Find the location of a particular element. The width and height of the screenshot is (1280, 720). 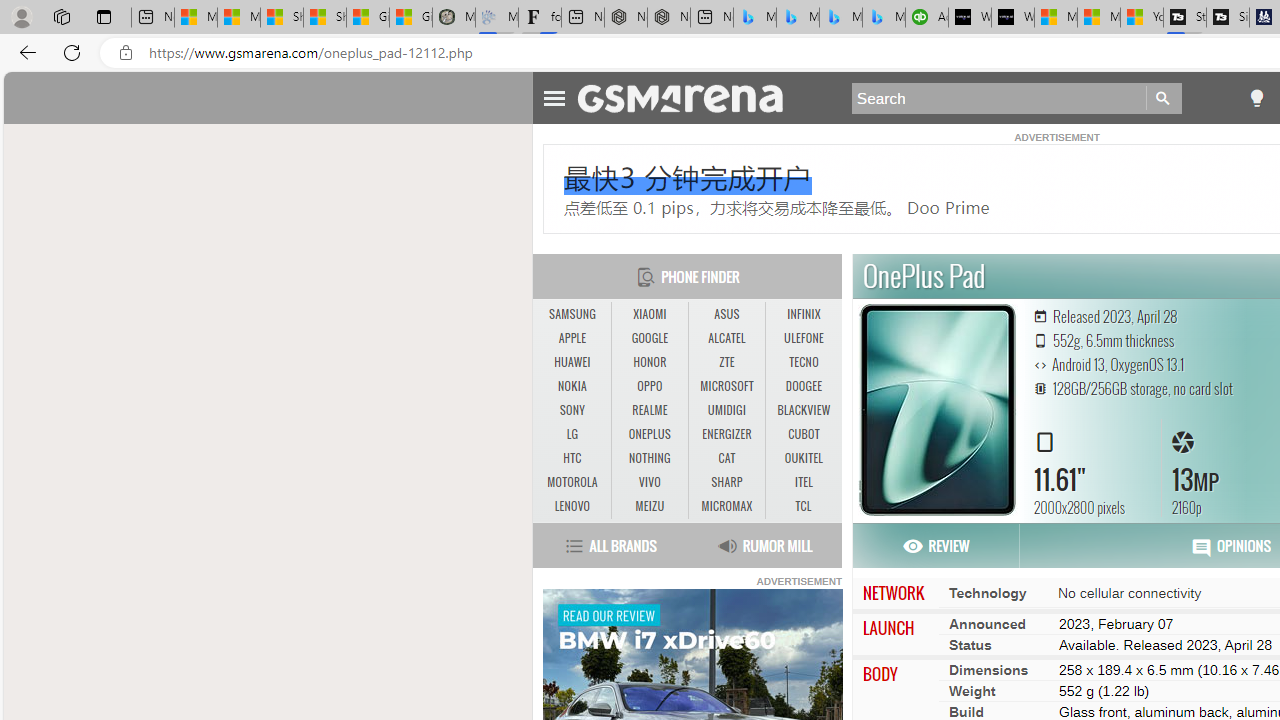

'HTC' is located at coordinates (571, 458).